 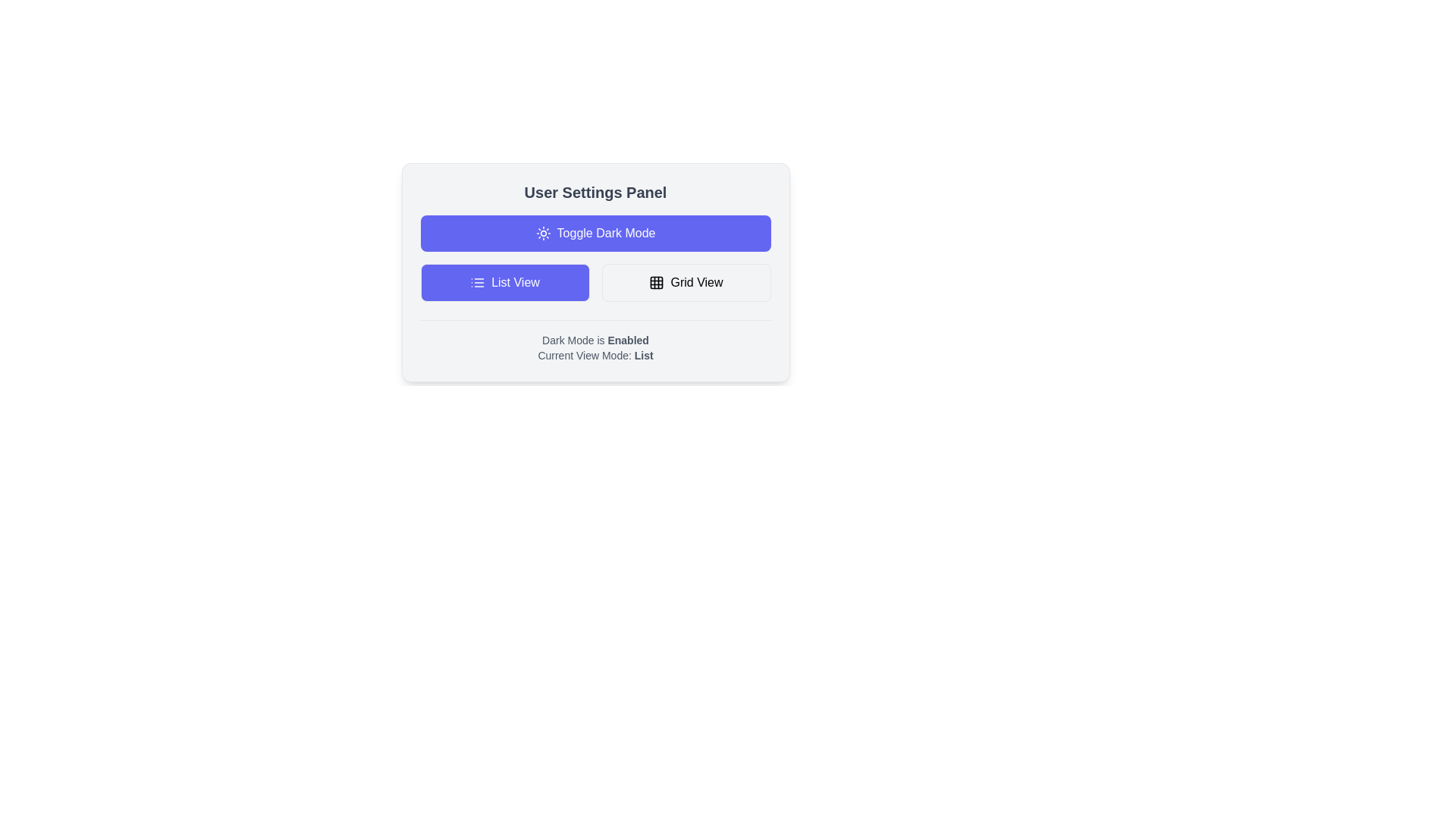 I want to click on the 'Grid View' button located in the User Settings Panel, which has a white background, black text, and is positioned, so click(x=686, y=283).